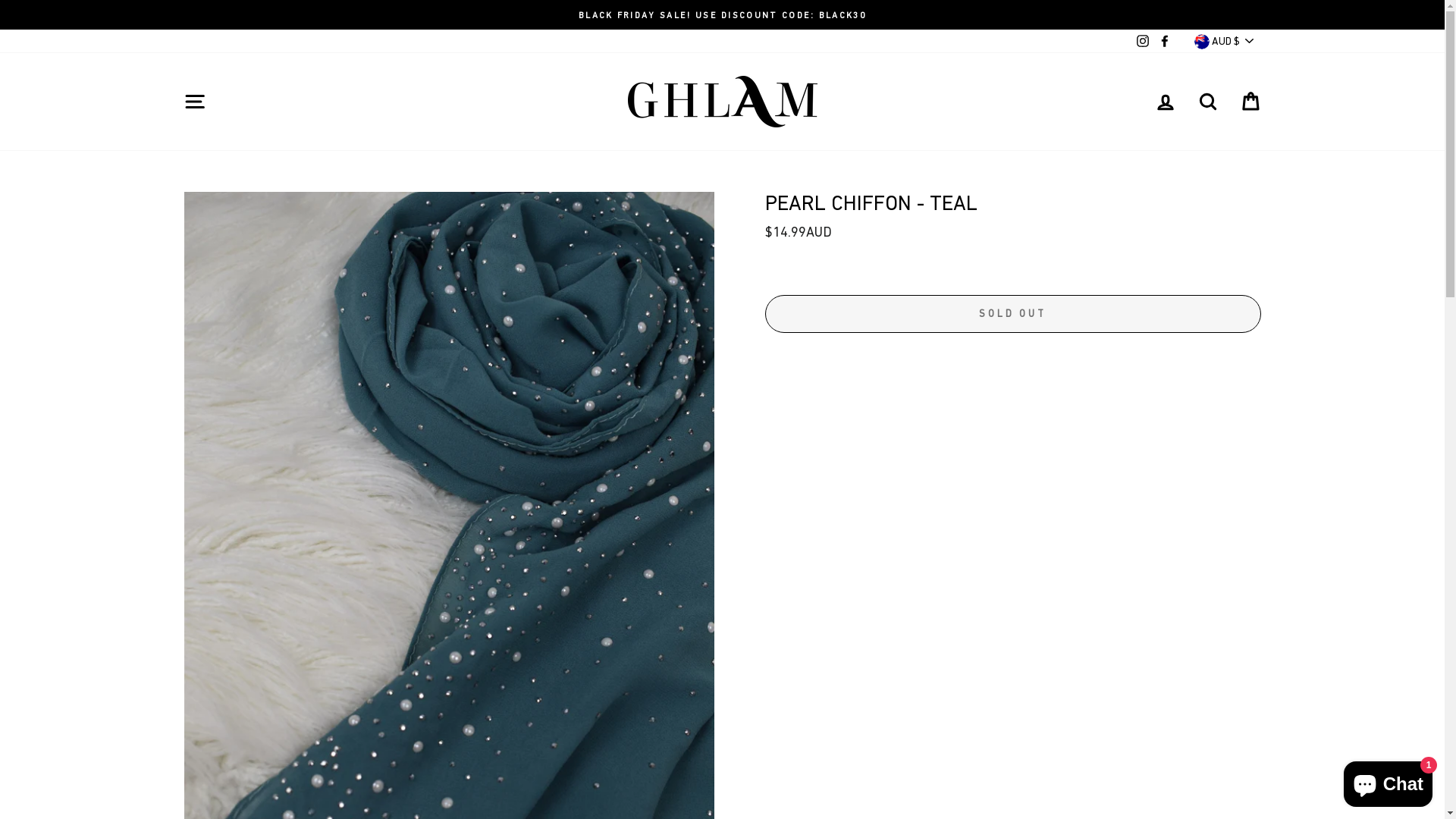 The height and width of the screenshot is (819, 1456). What do you see at coordinates (1143, 40) in the screenshot?
I see `'Instagram'` at bounding box center [1143, 40].